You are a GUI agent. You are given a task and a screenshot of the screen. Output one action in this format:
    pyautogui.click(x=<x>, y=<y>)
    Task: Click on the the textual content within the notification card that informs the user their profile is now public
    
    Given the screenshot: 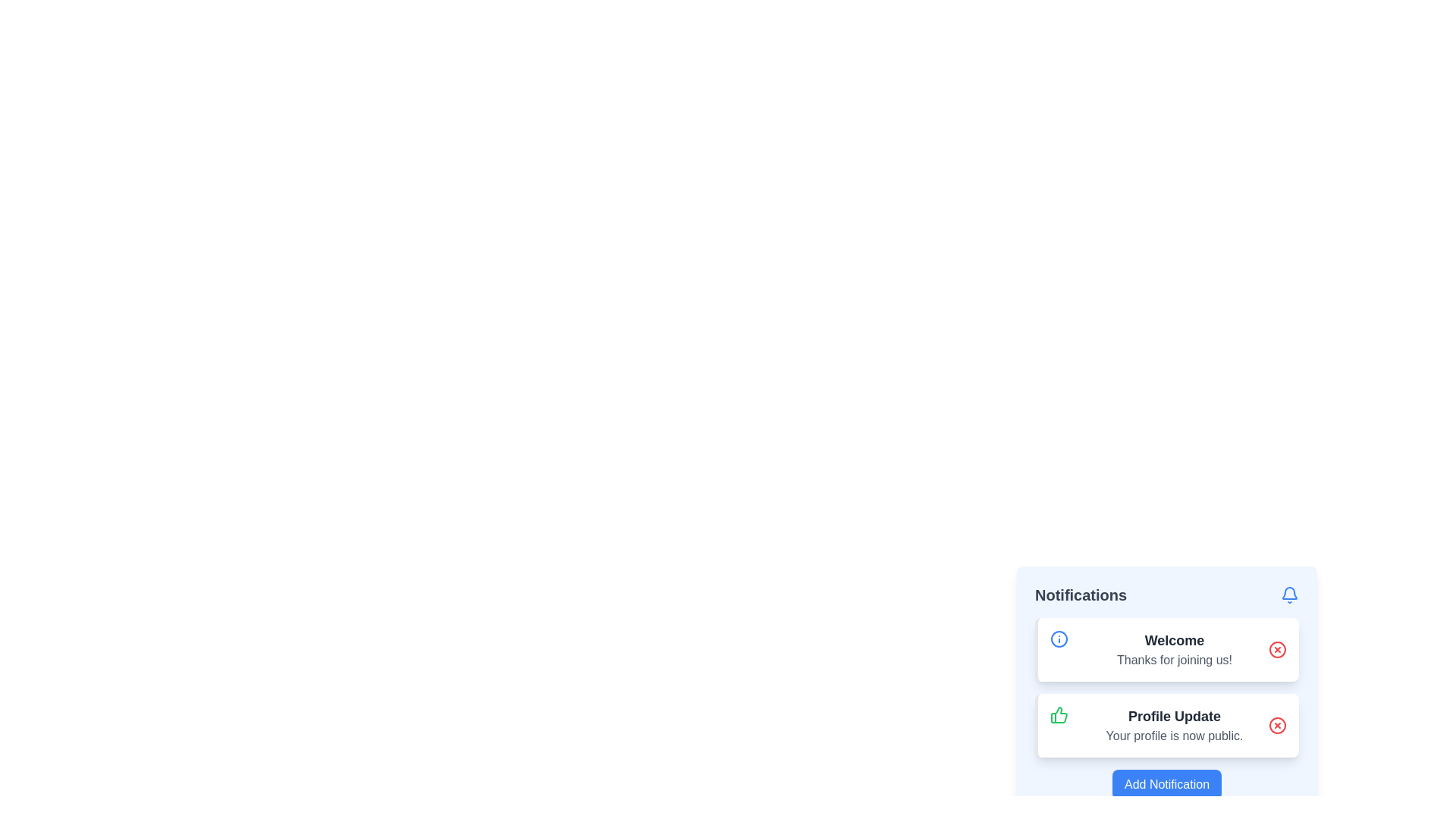 What is the action you would take?
    pyautogui.click(x=1174, y=724)
    